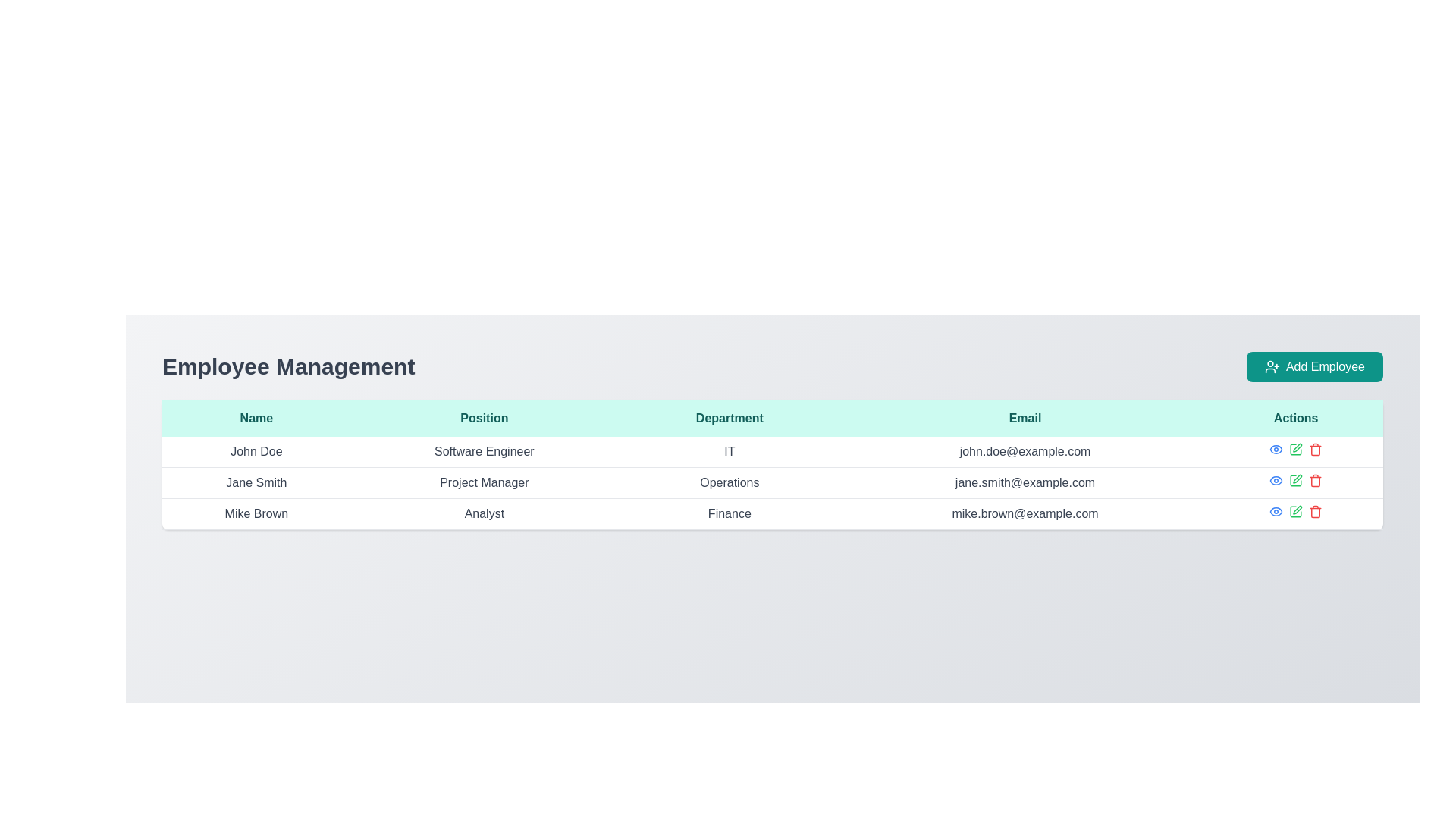 Image resolution: width=1456 pixels, height=819 pixels. I want to click on text 'IT' displayed in gray font located in the third column under the 'Department' heading in the first row corresponding to 'John Doe', so click(730, 451).